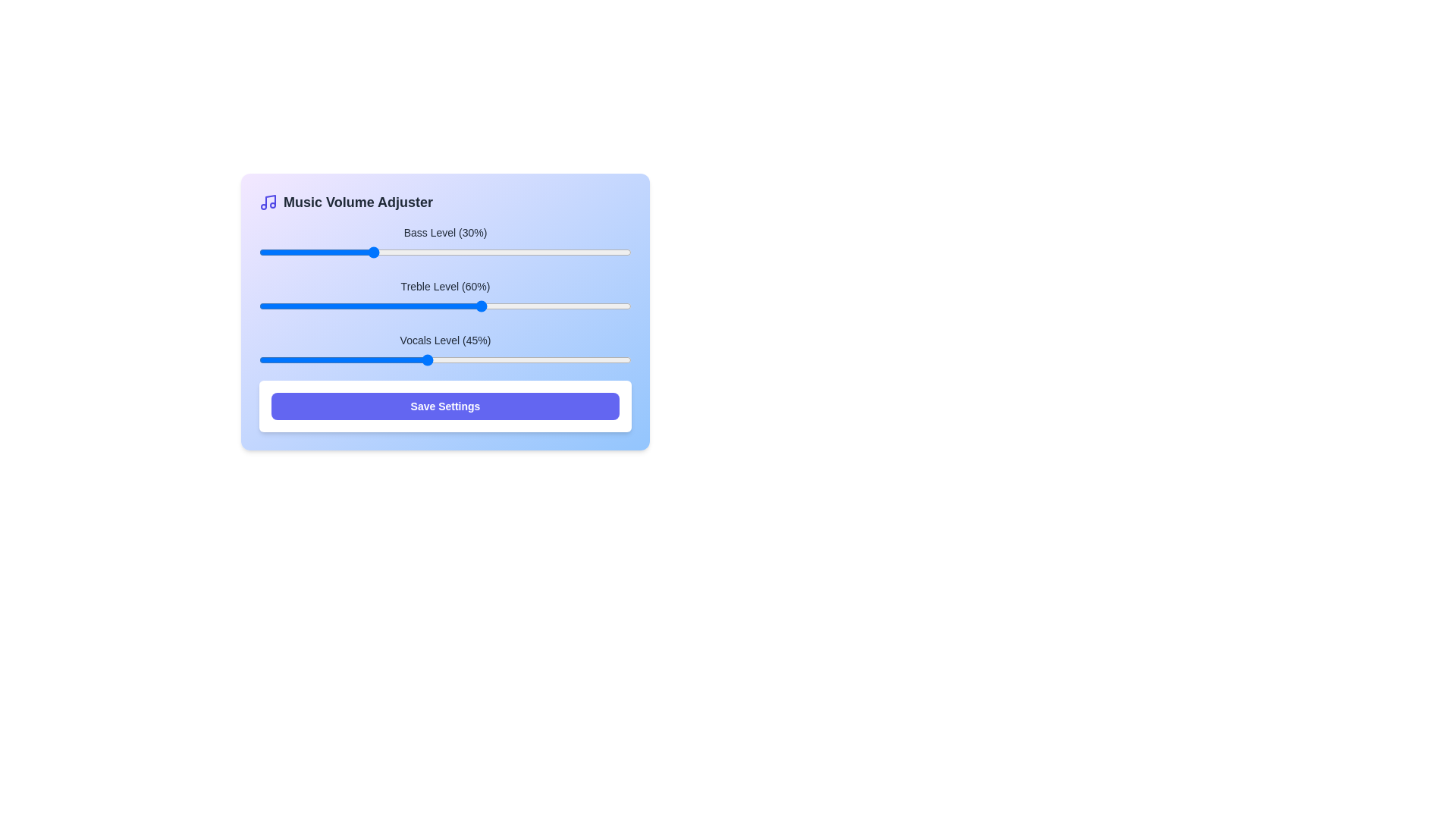 This screenshot has width=1456, height=819. Describe the element at coordinates (357, 201) in the screenshot. I see `the text element that serves as a title or heading for the music volume settings, located at the top of the interface, horizontally centered and following a musical note icon` at that location.